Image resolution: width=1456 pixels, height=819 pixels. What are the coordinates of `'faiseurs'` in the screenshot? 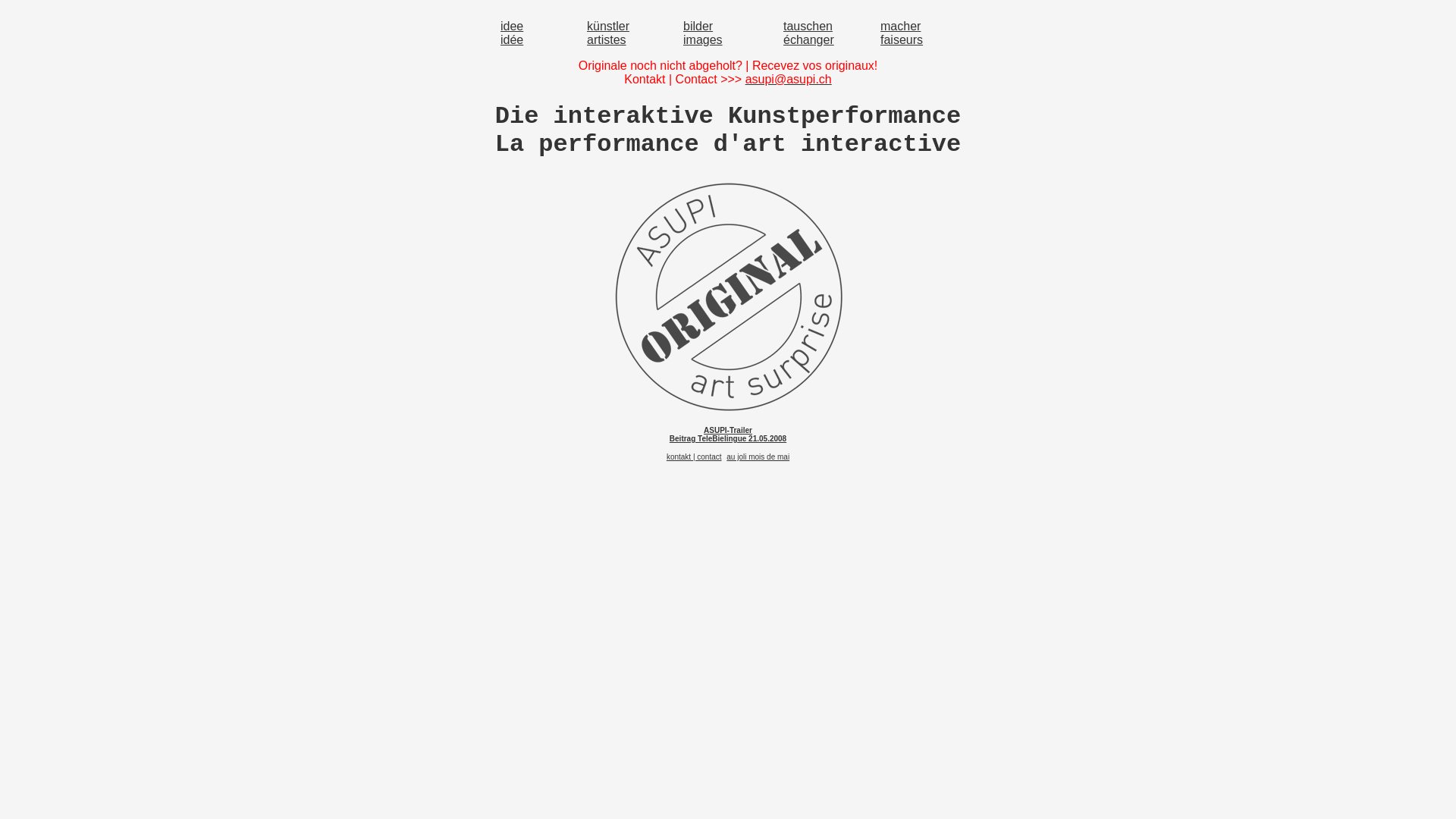 It's located at (902, 39).